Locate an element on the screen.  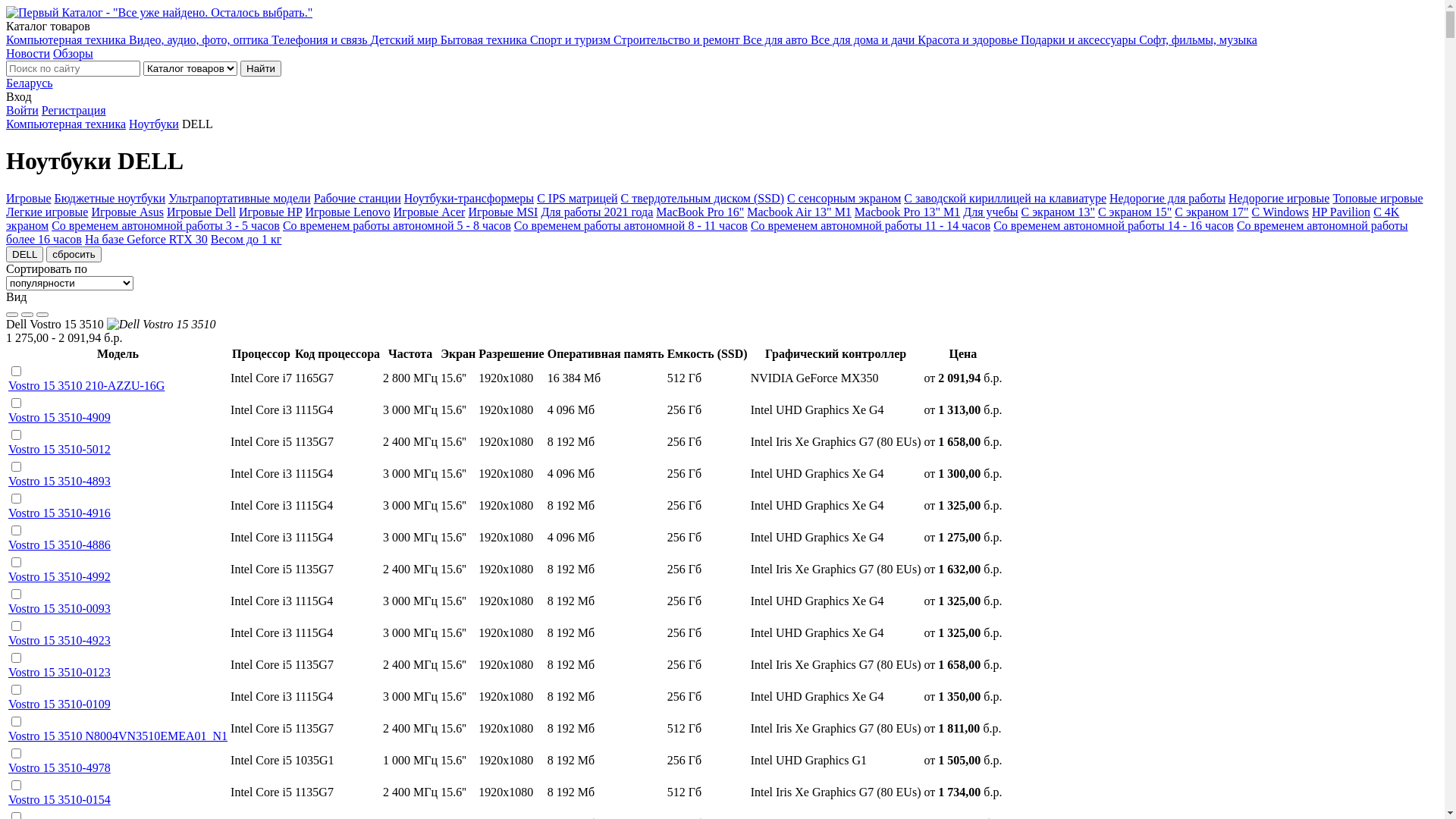
'Vostro 15 3510-4886' is located at coordinates (59, 544).